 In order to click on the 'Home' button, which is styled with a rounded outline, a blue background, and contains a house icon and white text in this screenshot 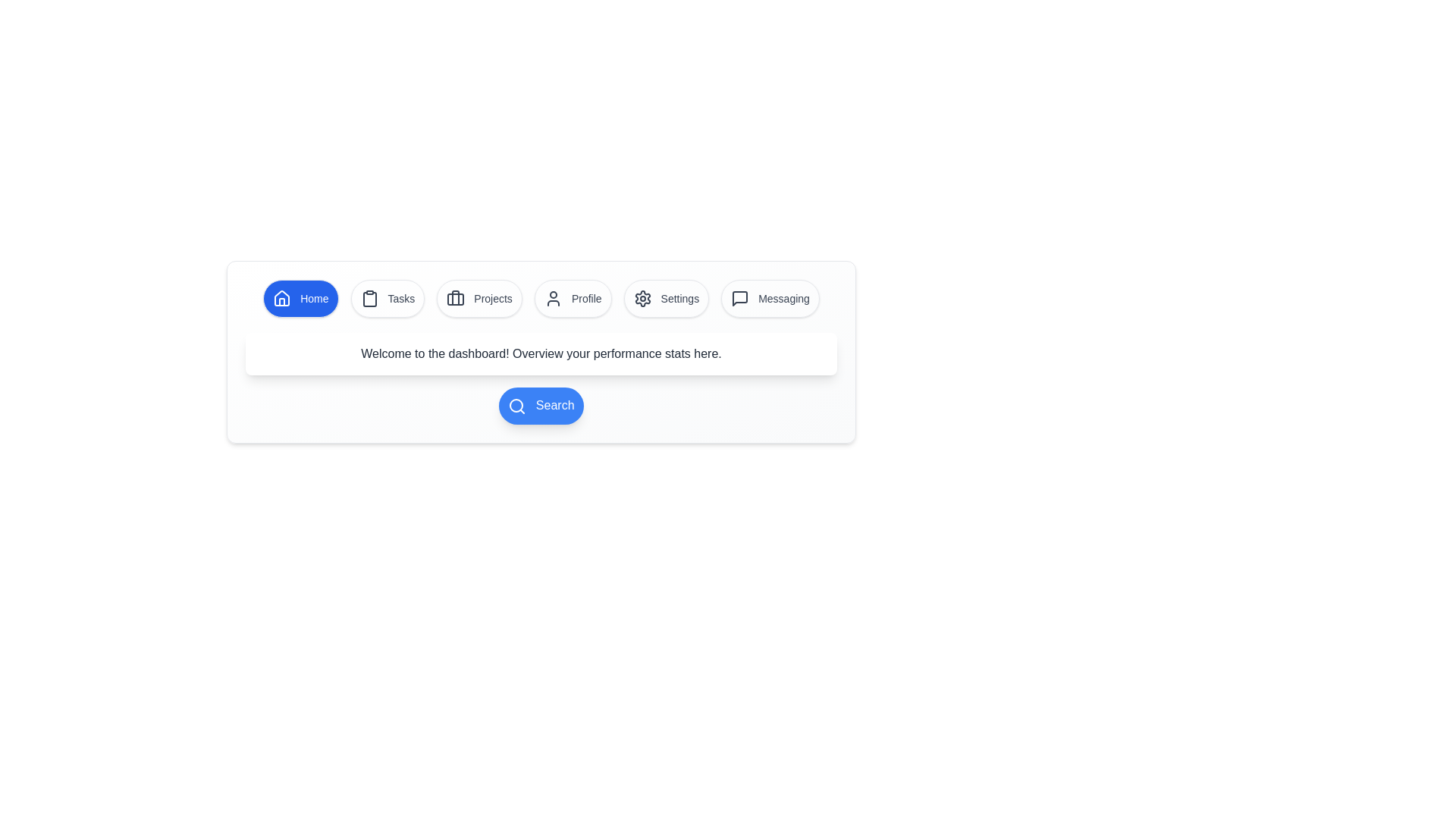, I will do `click(300, 298)`.